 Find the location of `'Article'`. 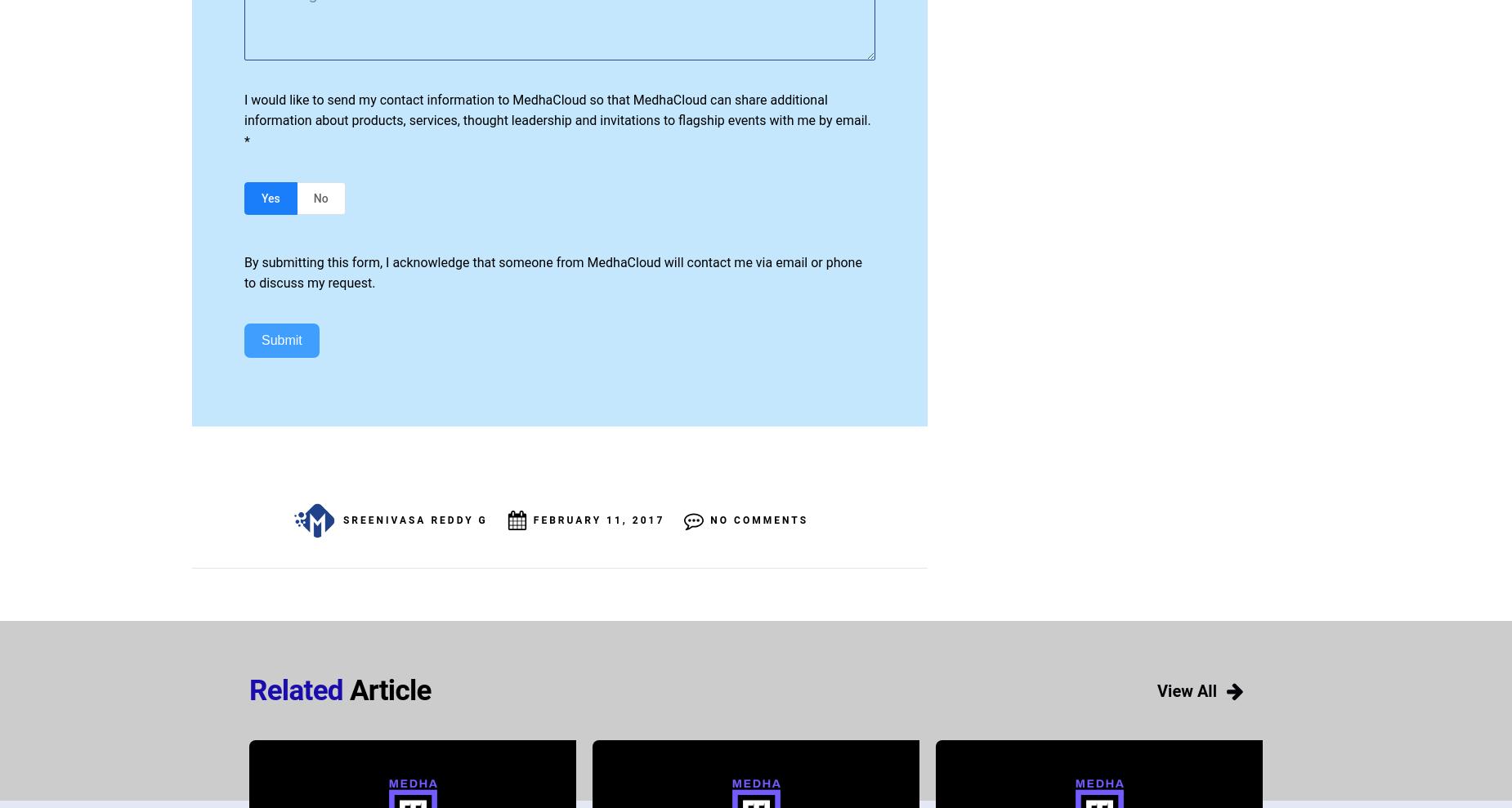

'Article' is located at coordinates (387, 690).